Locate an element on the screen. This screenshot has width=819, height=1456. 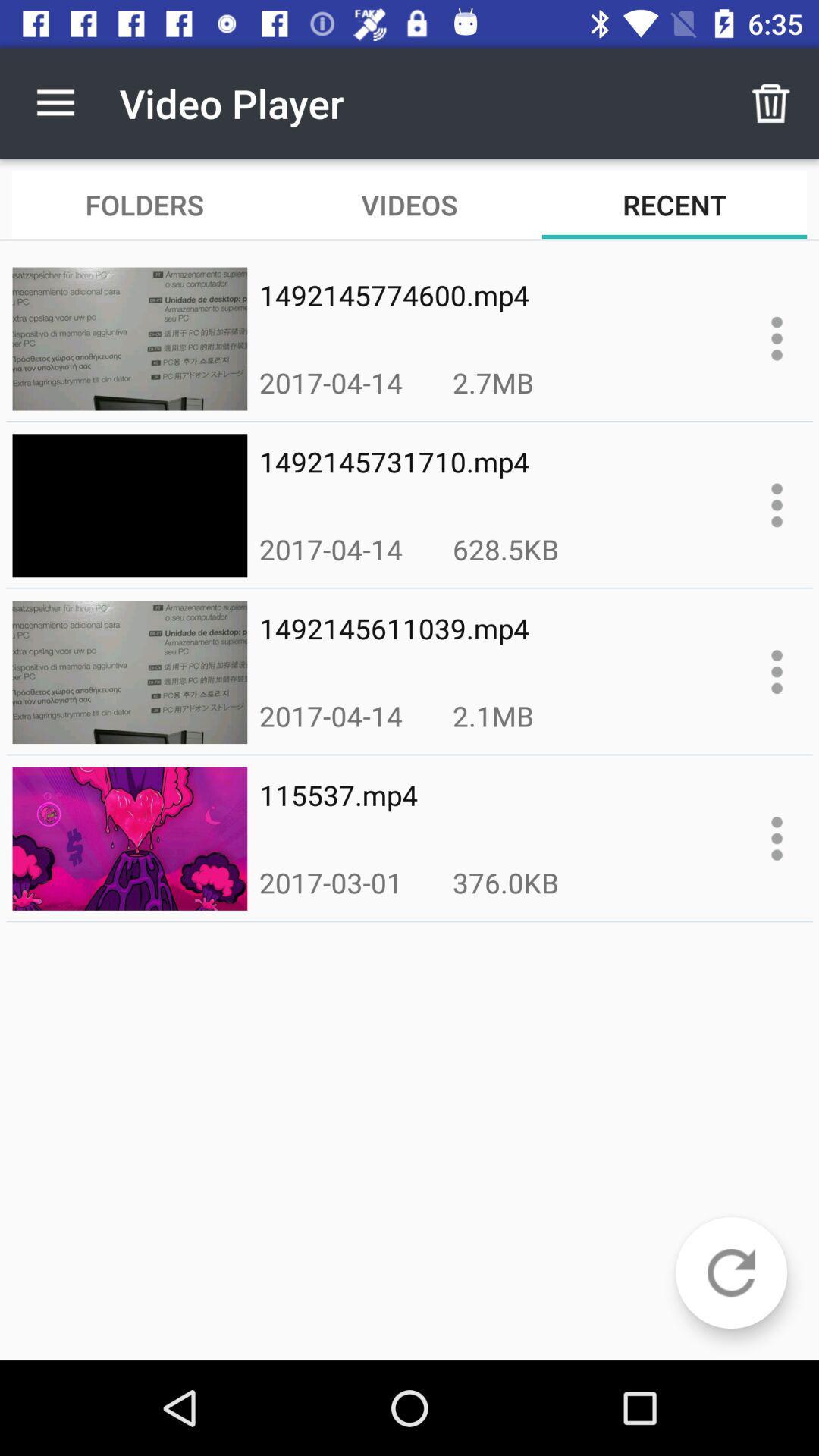
refresh page is located at coordinates (730, 1272).